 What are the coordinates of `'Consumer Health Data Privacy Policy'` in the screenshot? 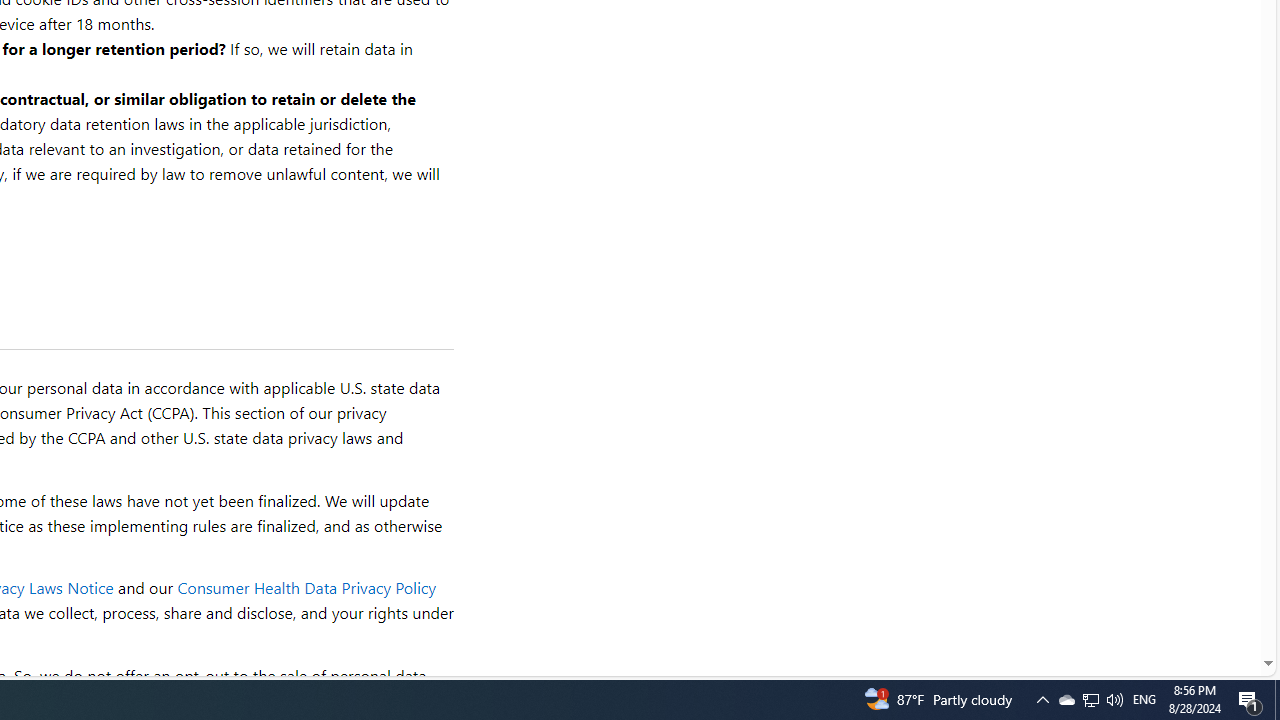 It's located at (305, 586).